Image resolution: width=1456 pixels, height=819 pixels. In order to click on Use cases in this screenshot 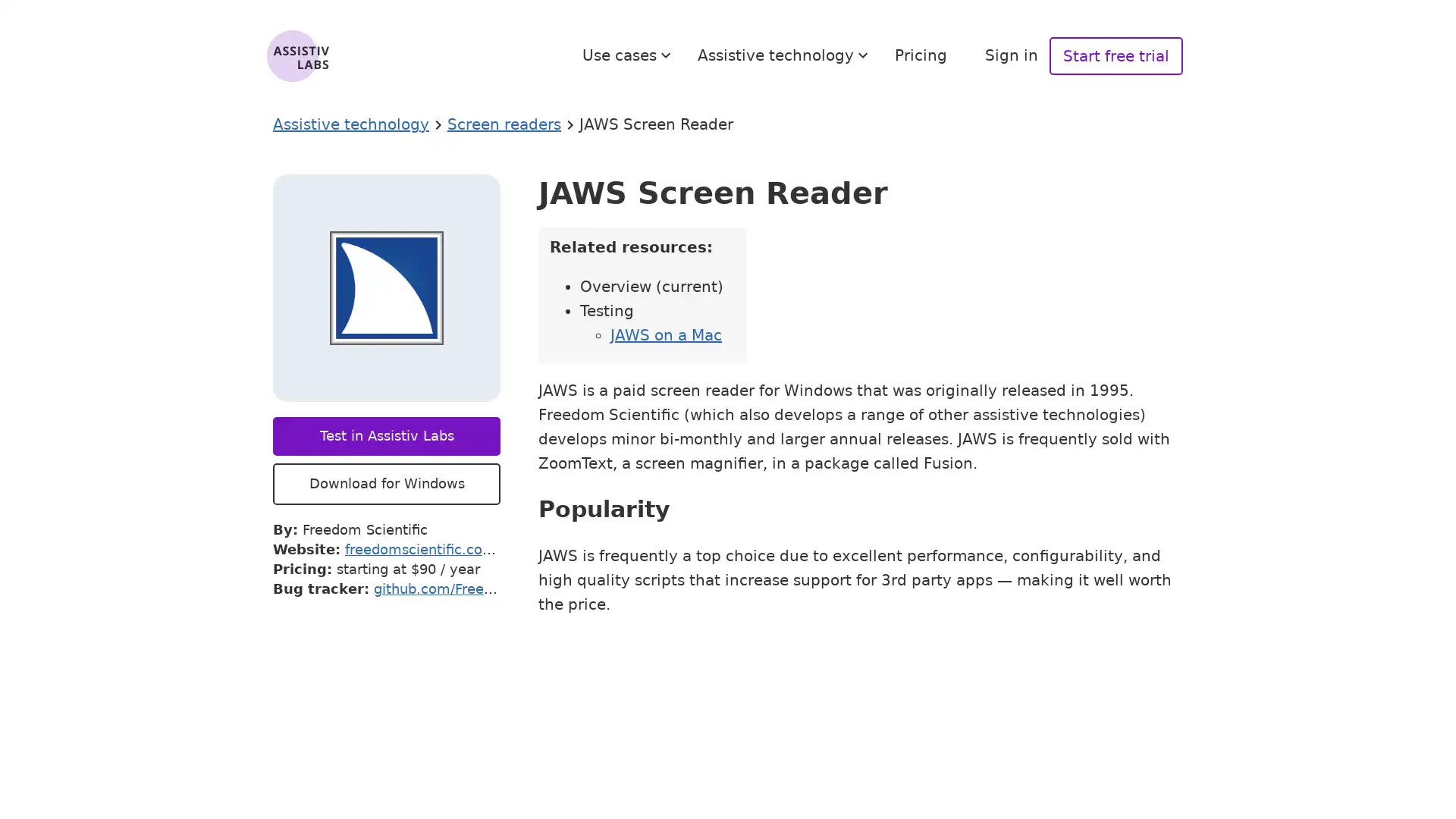, I will do `click(629, 55)`.